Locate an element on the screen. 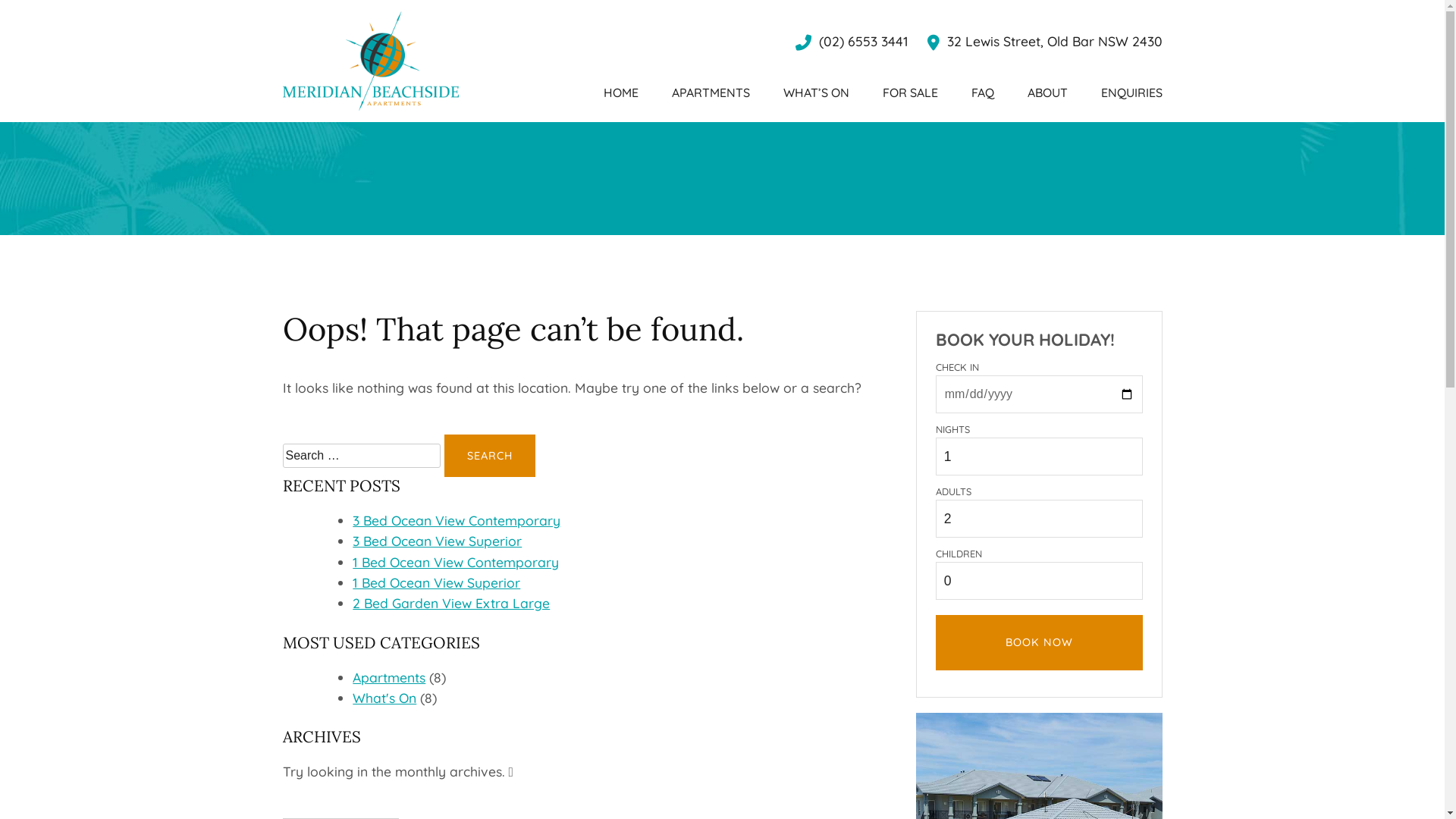  'BOOK NOW' is located at coordinates (1038, 642).